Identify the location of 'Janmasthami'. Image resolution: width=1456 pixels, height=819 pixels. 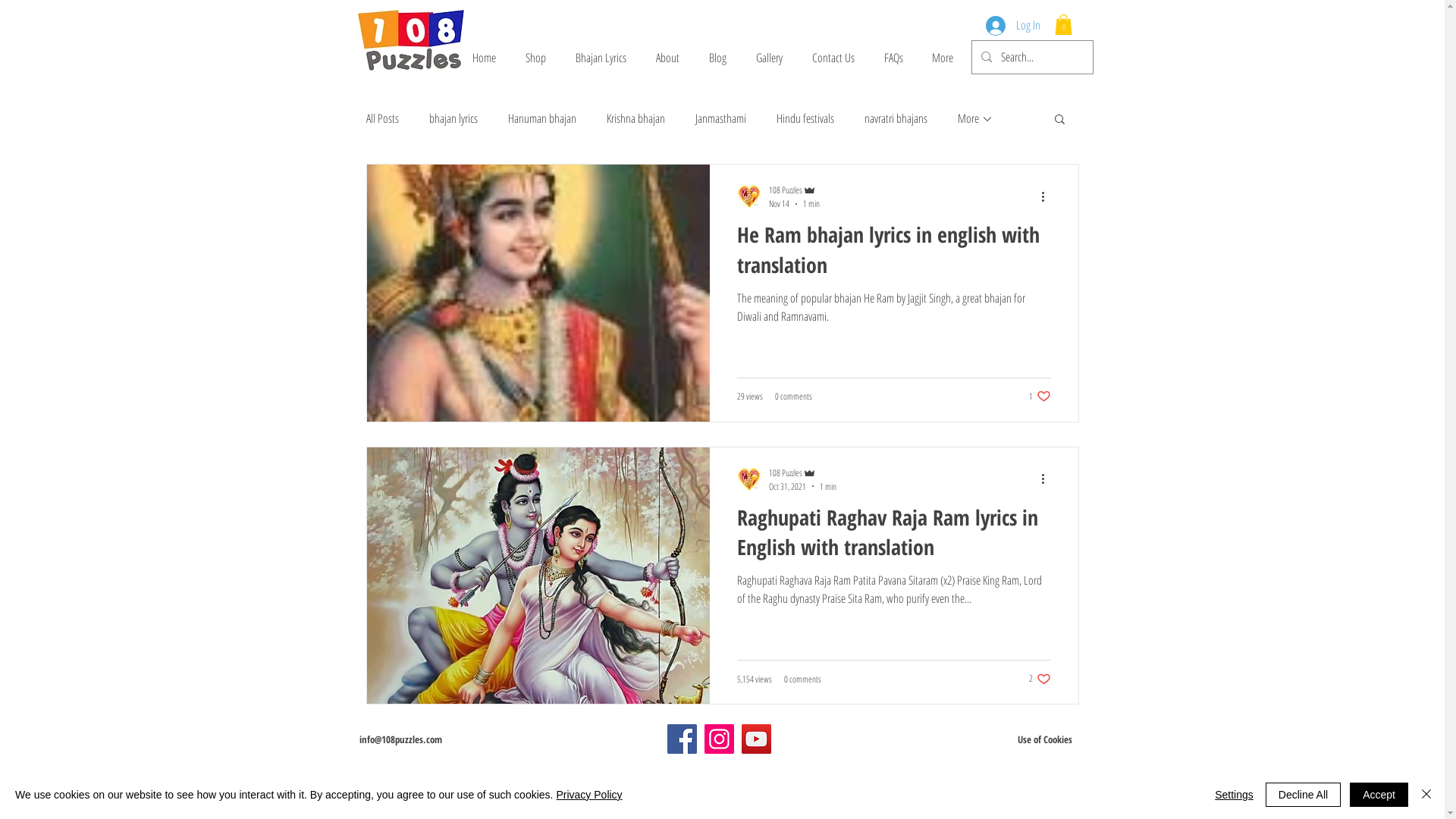
(719, 117).